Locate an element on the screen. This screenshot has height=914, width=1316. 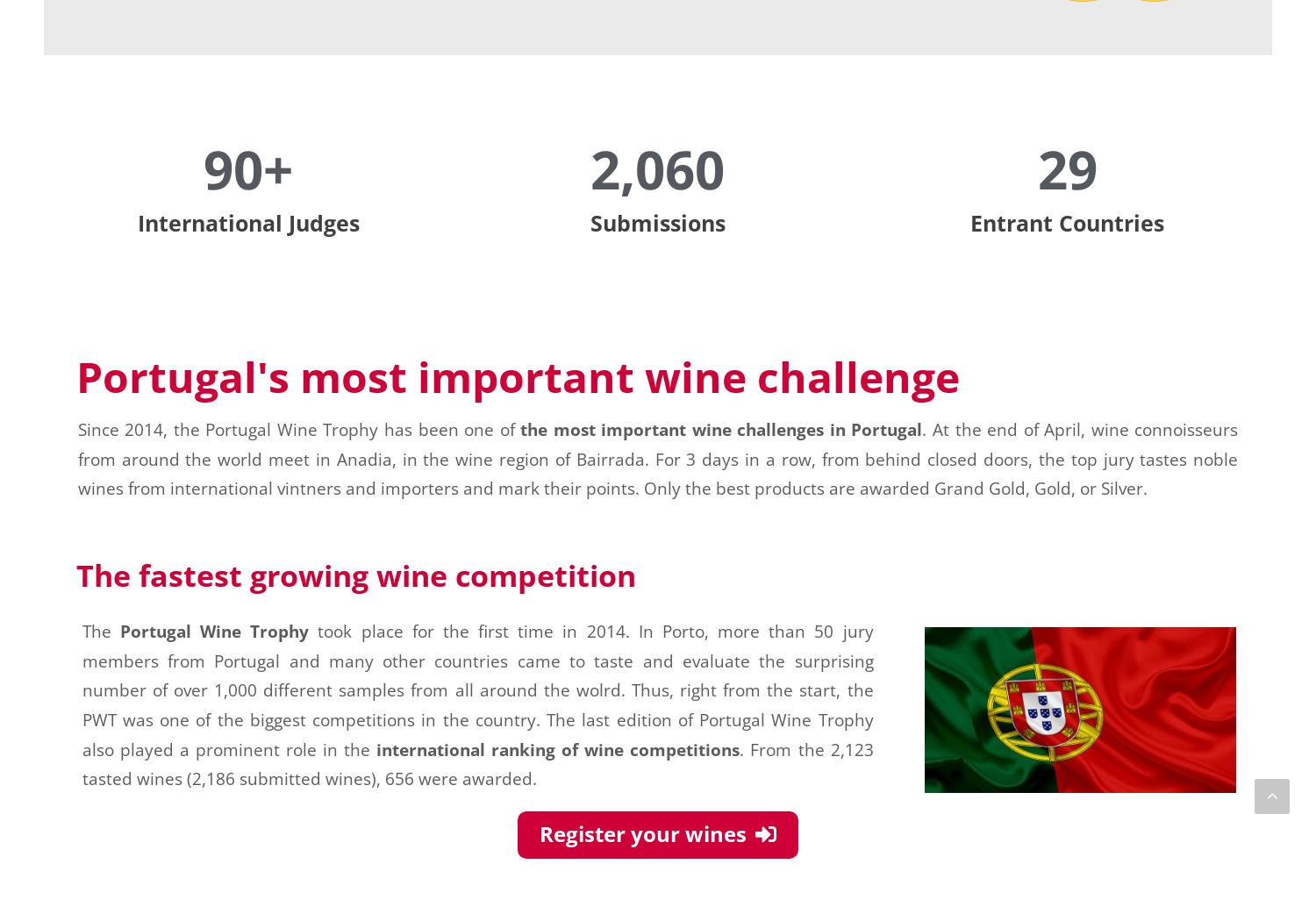
'The' is located at coordinates (99, 630).